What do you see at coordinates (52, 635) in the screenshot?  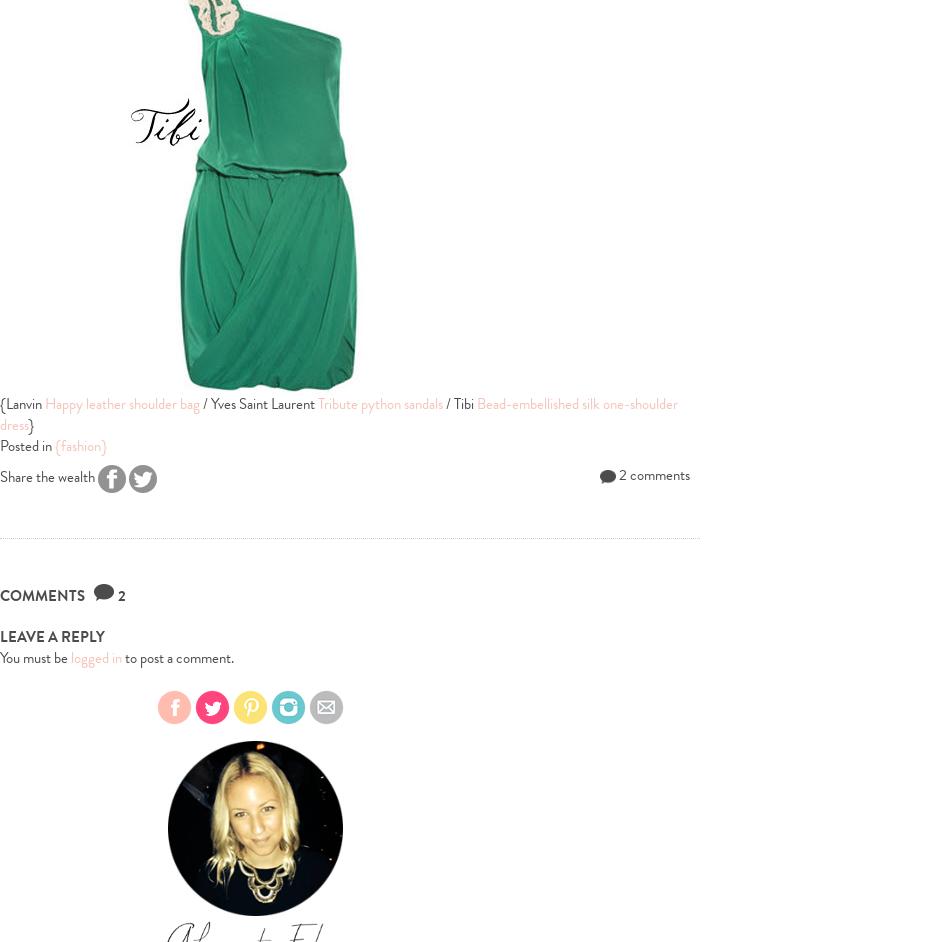 I see `'LEAVE A REPLY'` at bounding box center [52, 635].